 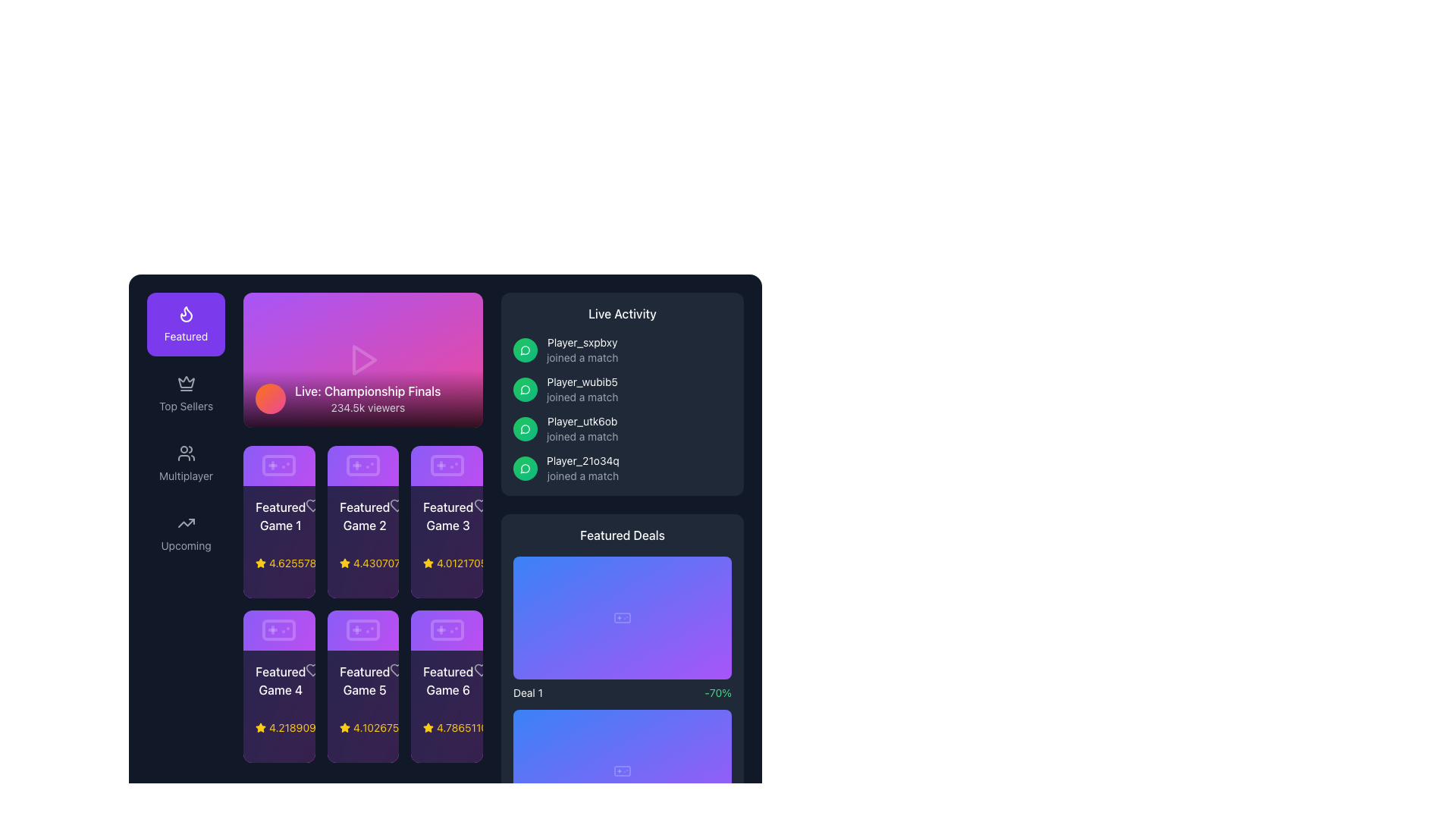 I want to click on the crown icon in the 'Top Sellers' section of the sidebar navigation, which is displayed in grayscale with a line design and located immediately to the left of the main content area, so click(x=185, y=382).